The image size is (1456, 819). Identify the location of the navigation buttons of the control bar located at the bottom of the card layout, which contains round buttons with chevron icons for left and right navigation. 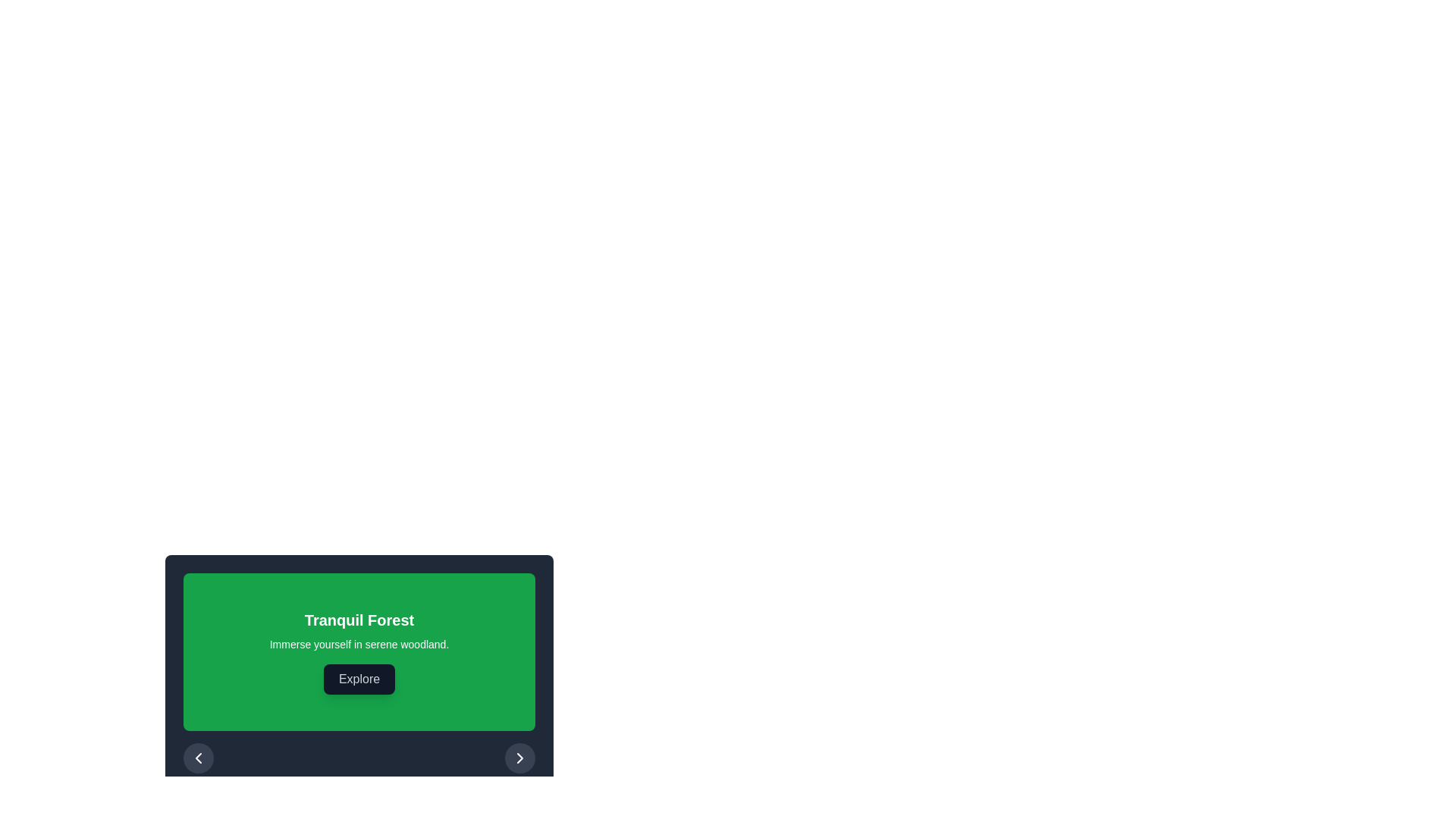
(359, 758).